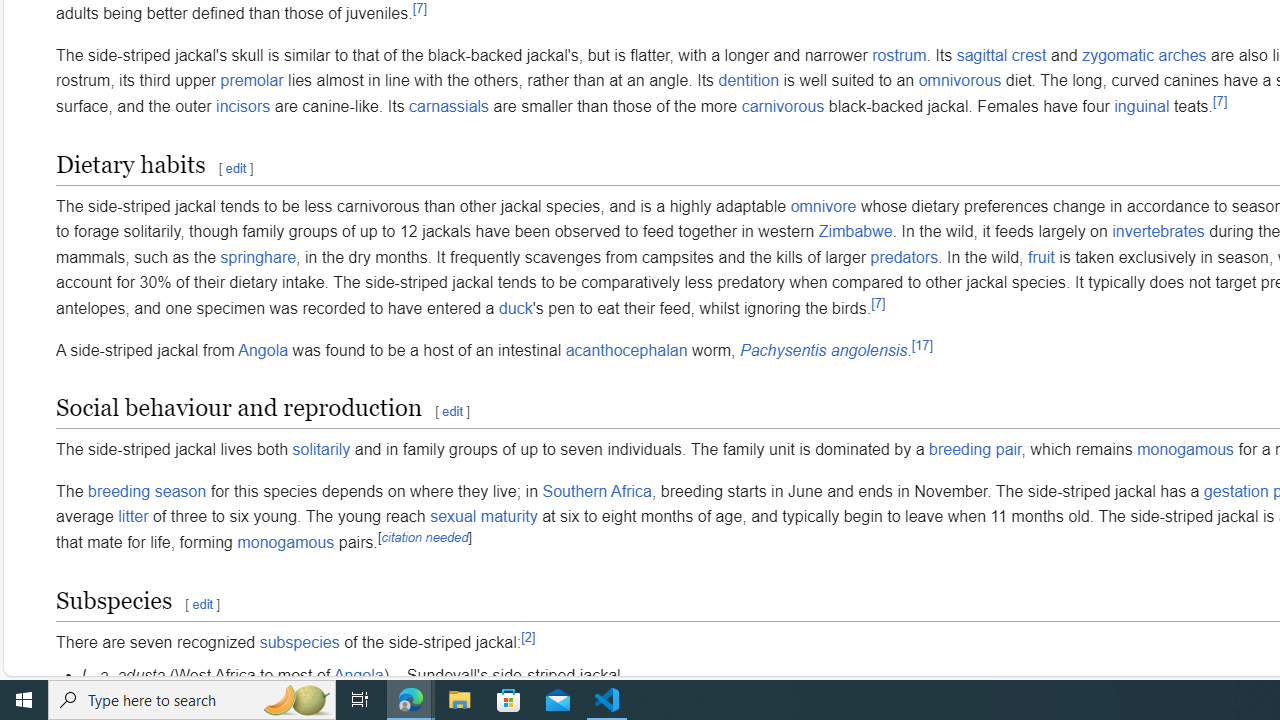 Image resolution: width=1280 pixels, height=720 pixels. What do you see at coordinates (298, 641) in the screenshot?
I see `'subspecies'` at bounding box center [298, 641].